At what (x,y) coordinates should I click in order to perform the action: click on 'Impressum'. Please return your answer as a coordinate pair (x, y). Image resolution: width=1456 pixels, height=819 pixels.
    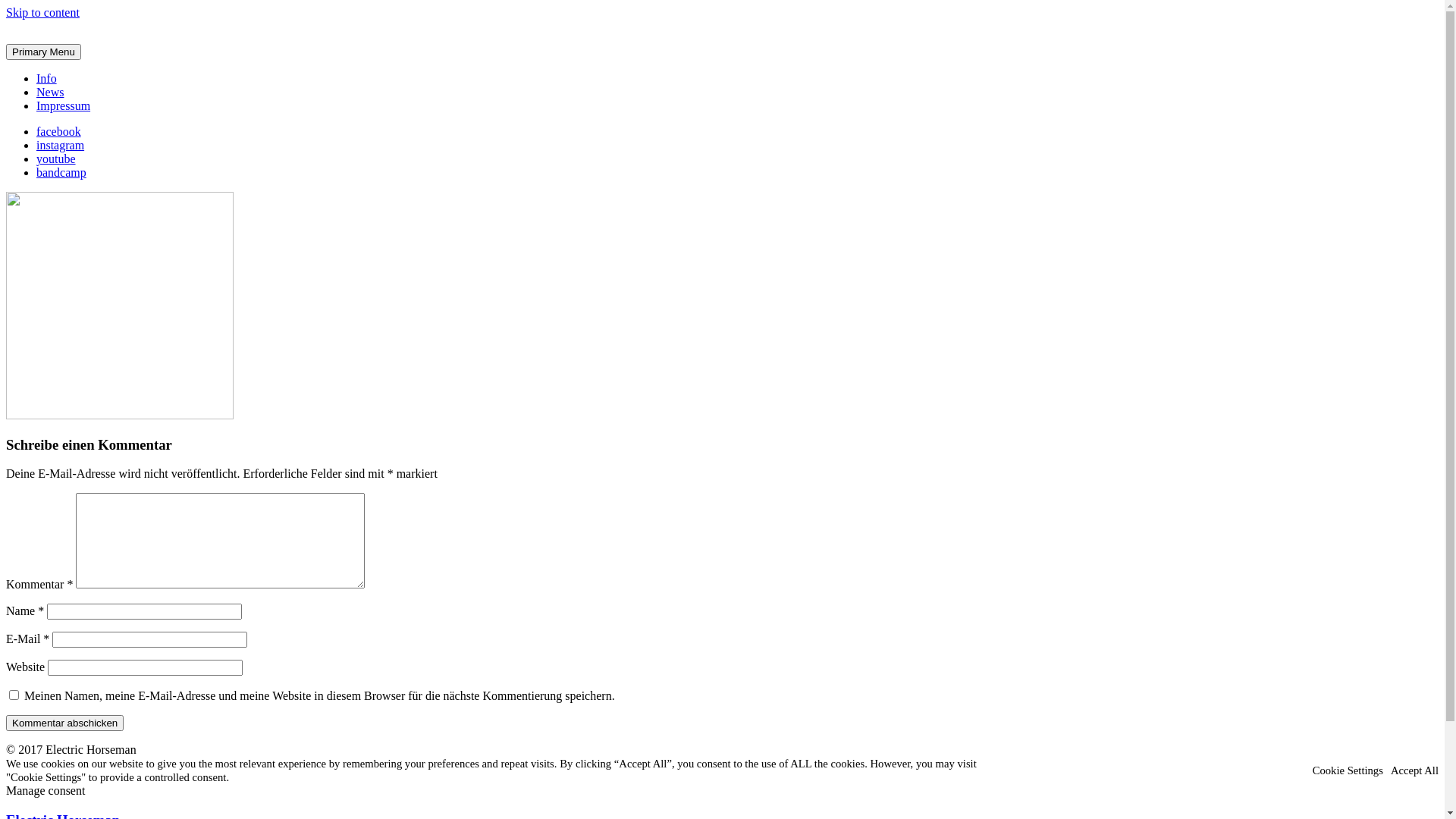
    Looking at the image, I should click on (36, 105).